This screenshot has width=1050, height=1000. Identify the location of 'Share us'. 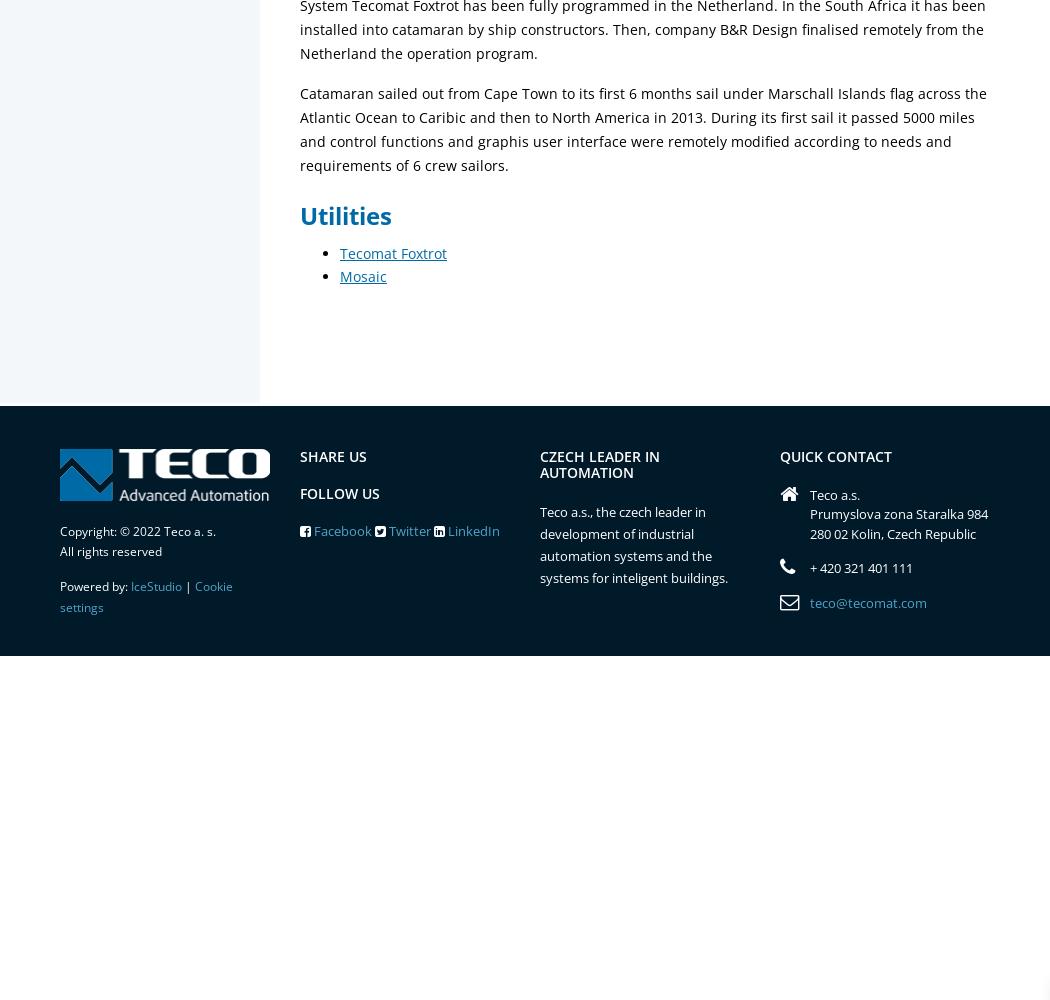
(333, 455).